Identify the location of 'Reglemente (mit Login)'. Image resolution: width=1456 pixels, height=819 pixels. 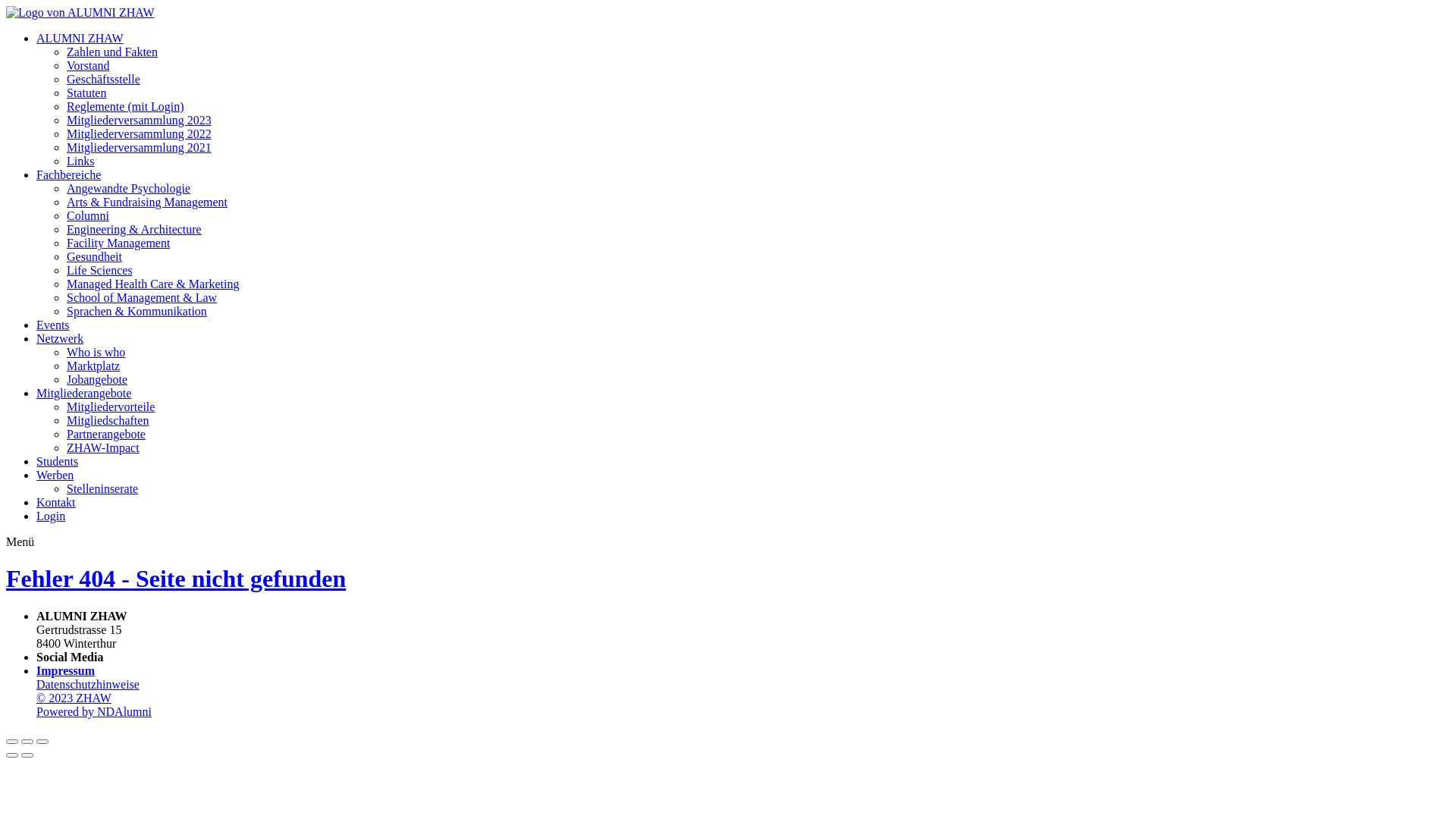
(125, 105).